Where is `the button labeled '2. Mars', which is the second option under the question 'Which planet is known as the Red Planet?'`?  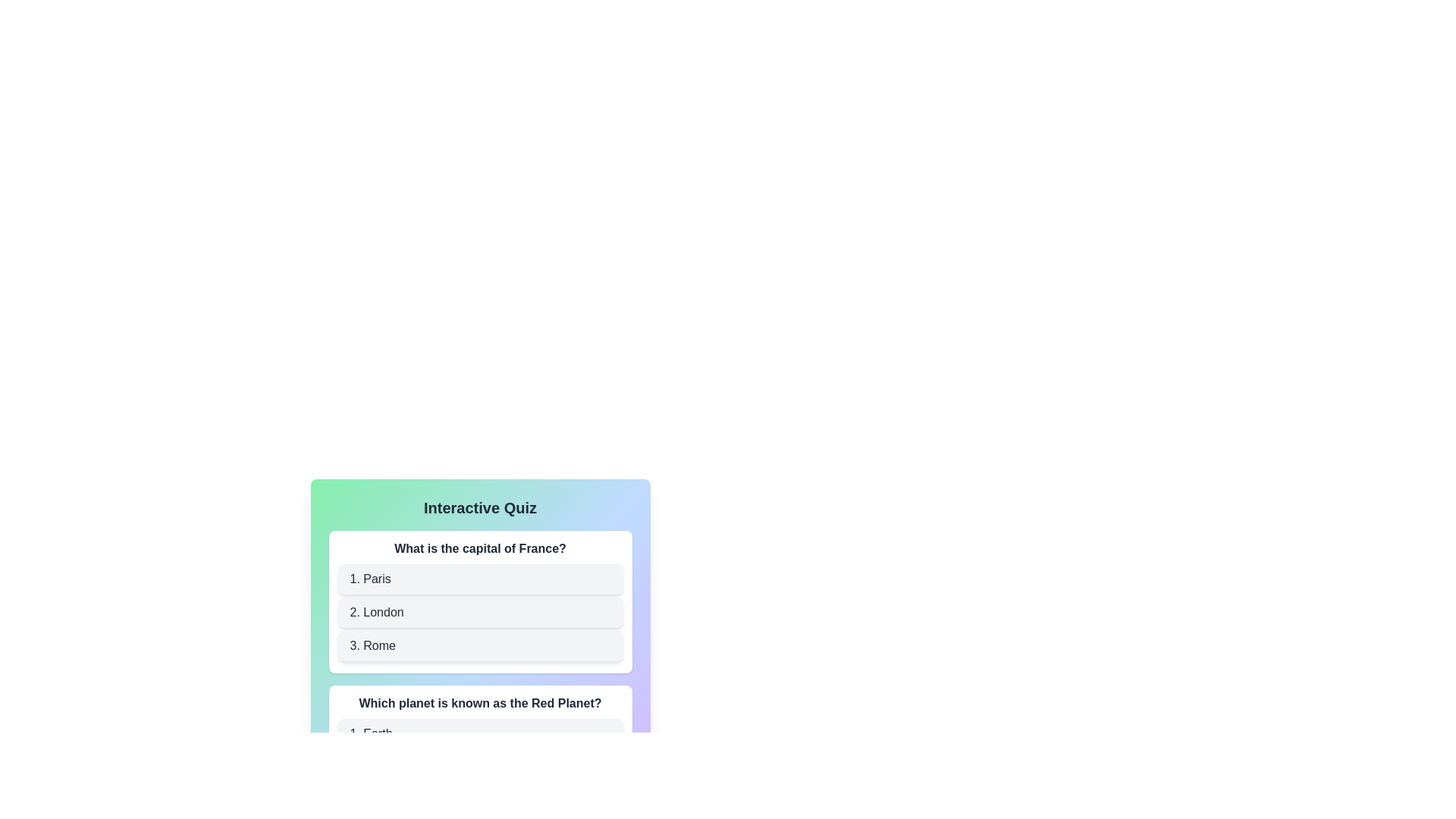 the button labeled '2. Mars', which is the second option under the question 'Which planet is known as the Red Planet?' is located at coordinates (479, 767).